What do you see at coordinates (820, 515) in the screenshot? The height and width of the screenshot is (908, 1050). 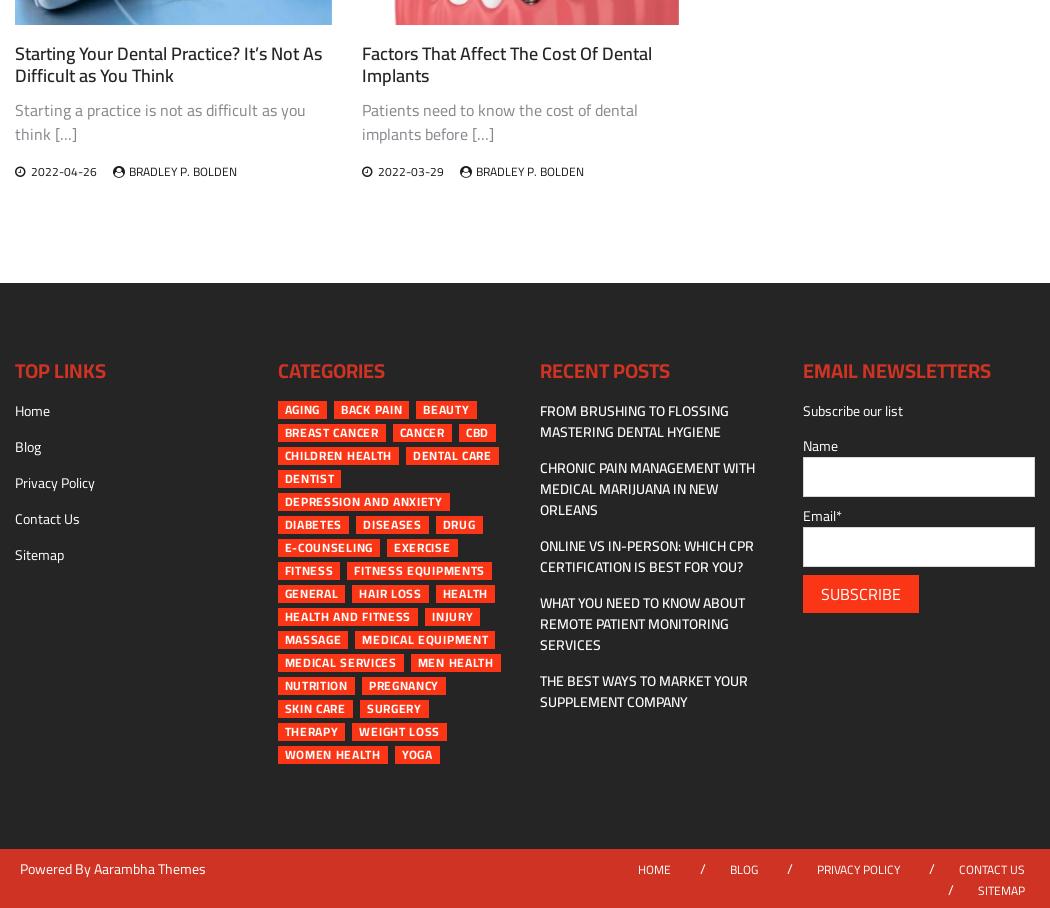 I see `'Email*'` at bounding box center [820, 515].